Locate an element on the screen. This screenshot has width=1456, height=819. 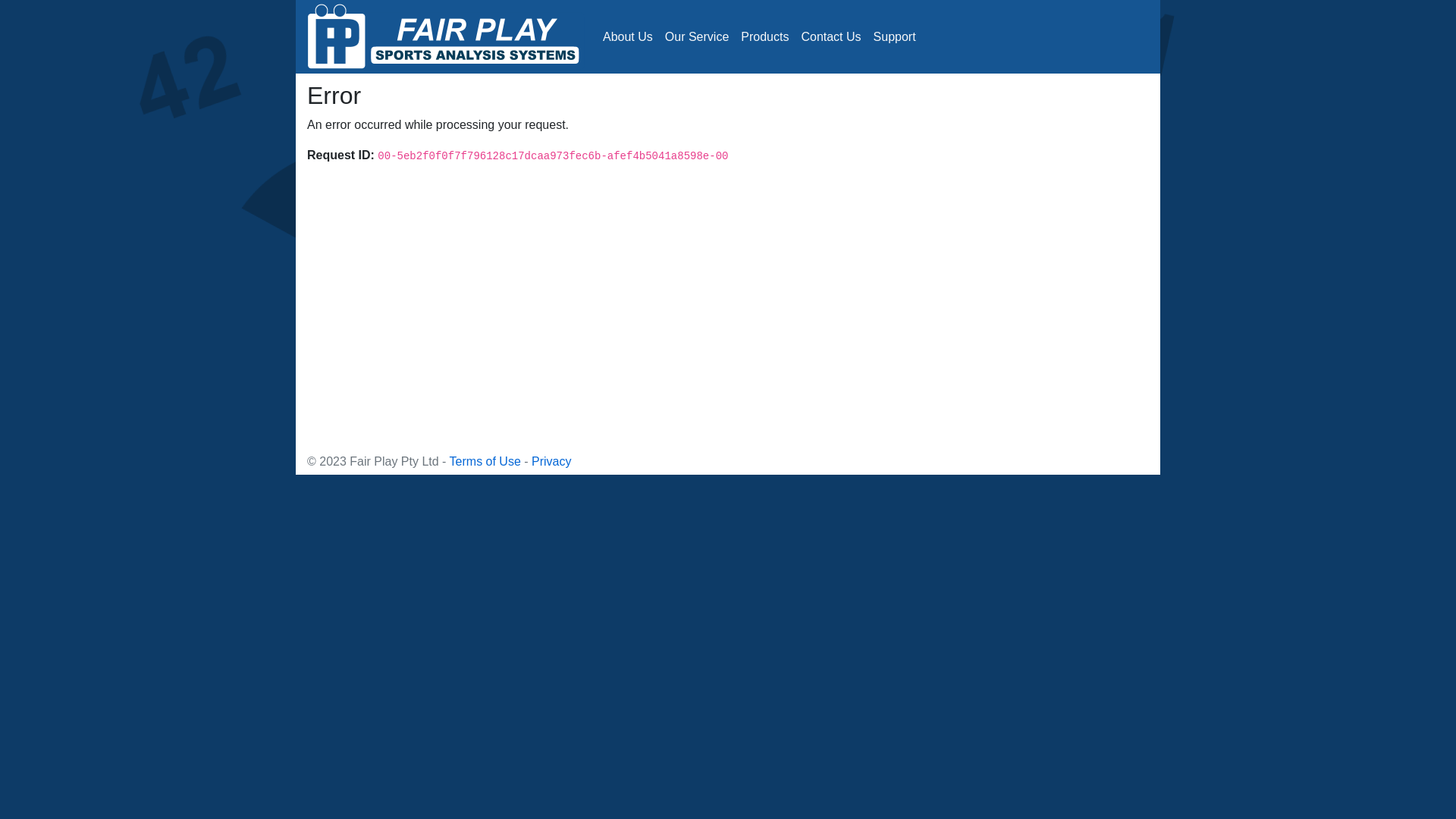
'Support' is located at coordinates (895, 35).